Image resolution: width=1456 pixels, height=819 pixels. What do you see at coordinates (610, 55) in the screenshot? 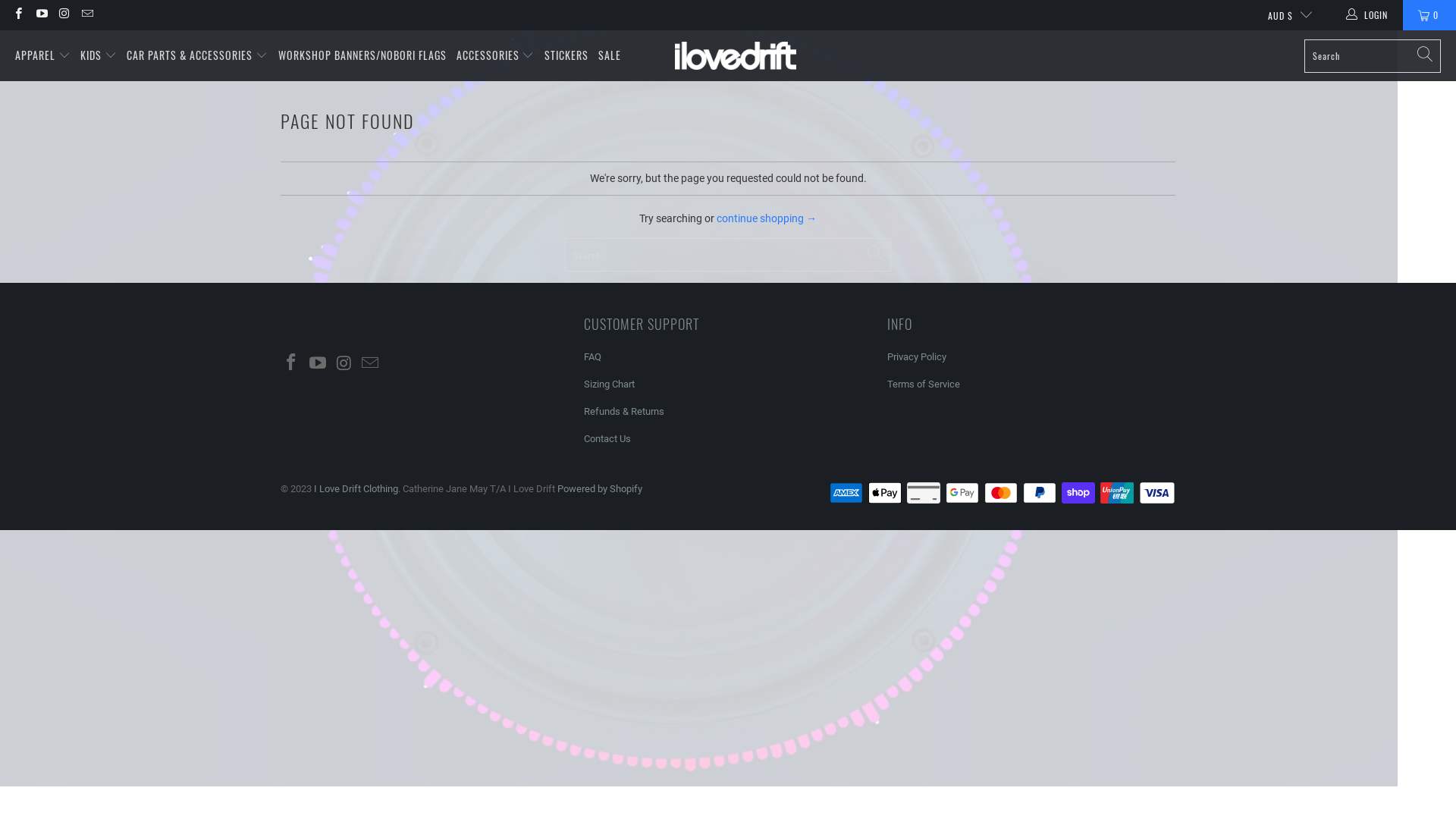
I see `'SALE'` at bounding box center [610, 55].